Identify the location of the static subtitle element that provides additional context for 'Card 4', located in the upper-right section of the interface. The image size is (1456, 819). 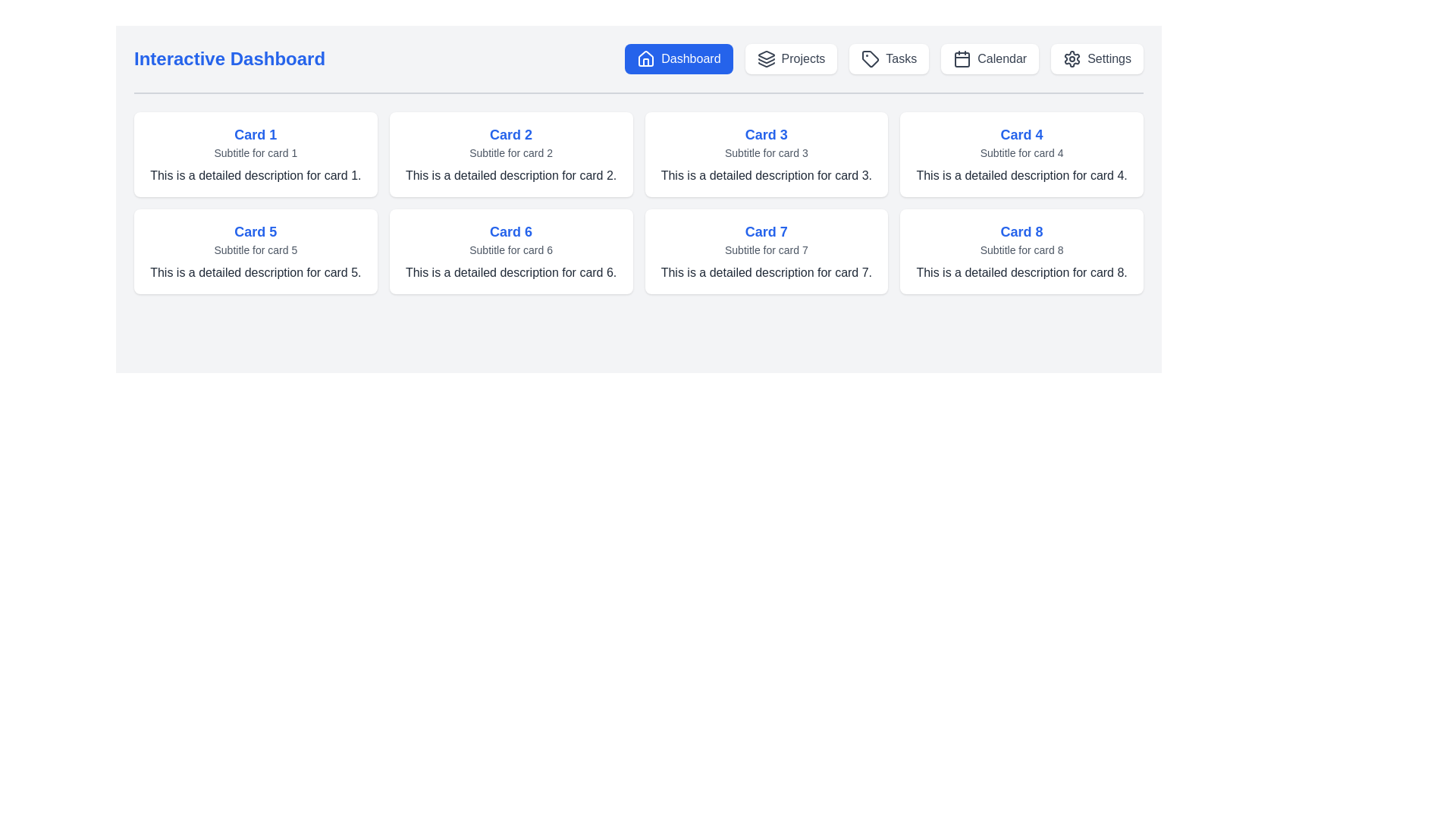
(1021, 152).